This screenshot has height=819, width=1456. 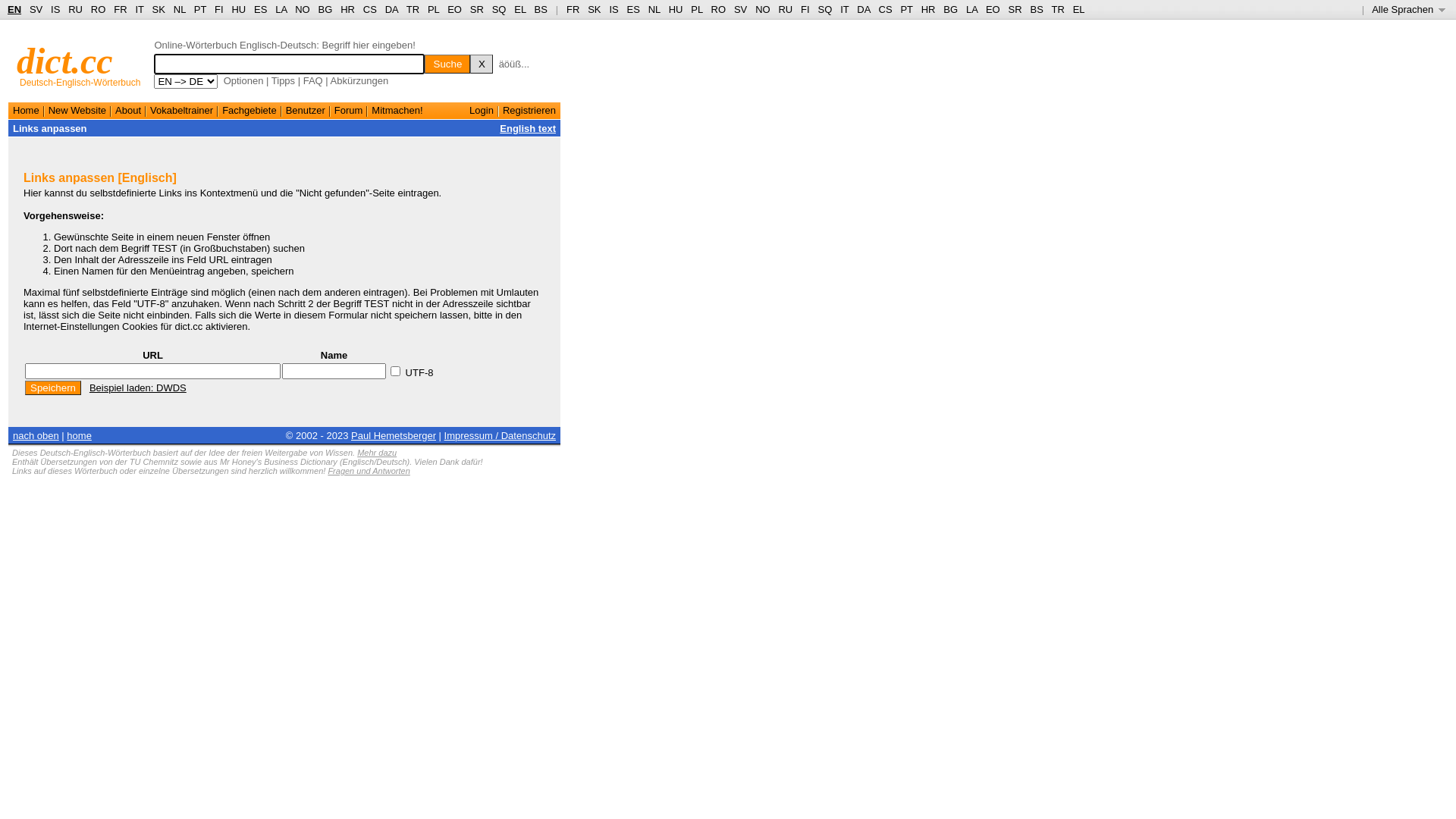 What do you see at coordinates (843, 9) in the screenshot?
I see `'IT'` at bounding box center [843, 9].